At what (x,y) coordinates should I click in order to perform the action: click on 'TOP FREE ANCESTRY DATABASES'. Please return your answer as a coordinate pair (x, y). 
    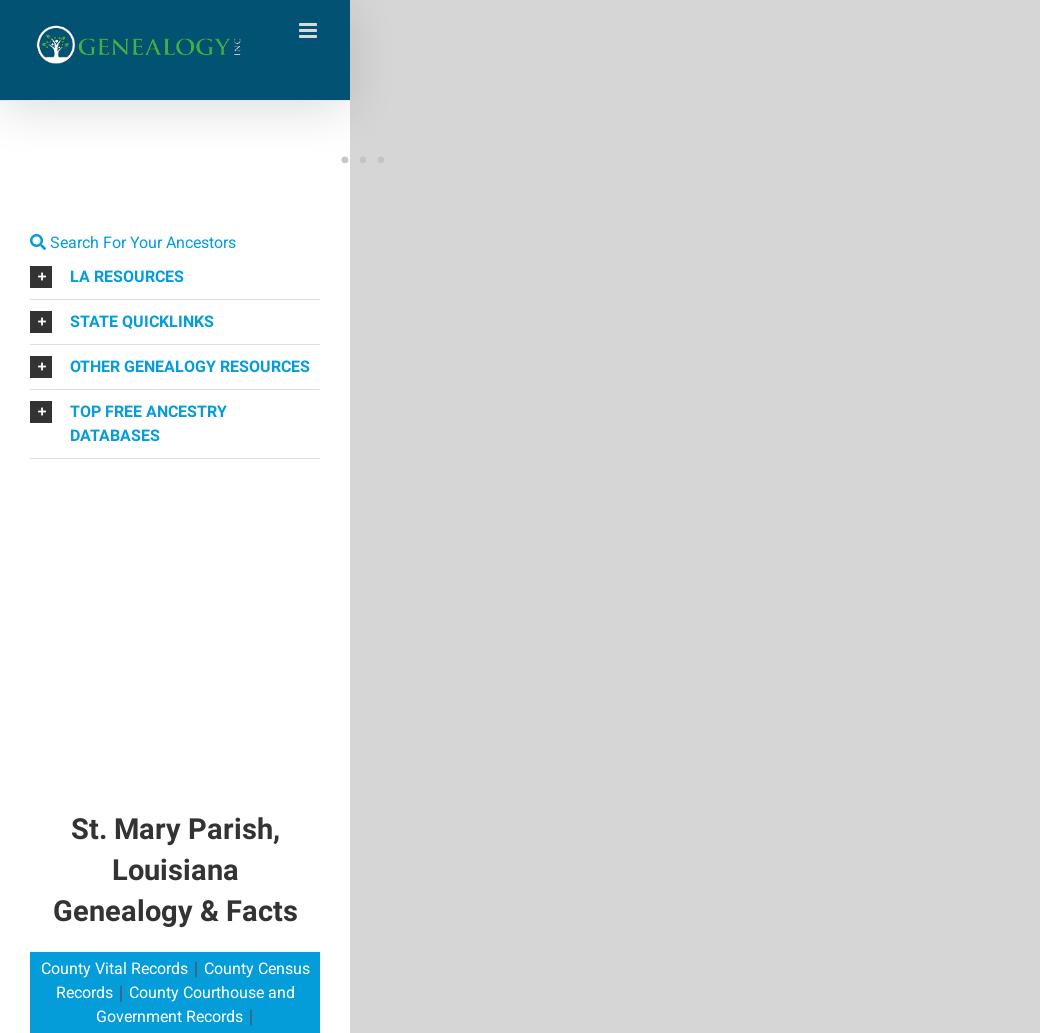
    Looking at the image, I should click on (148, 422).